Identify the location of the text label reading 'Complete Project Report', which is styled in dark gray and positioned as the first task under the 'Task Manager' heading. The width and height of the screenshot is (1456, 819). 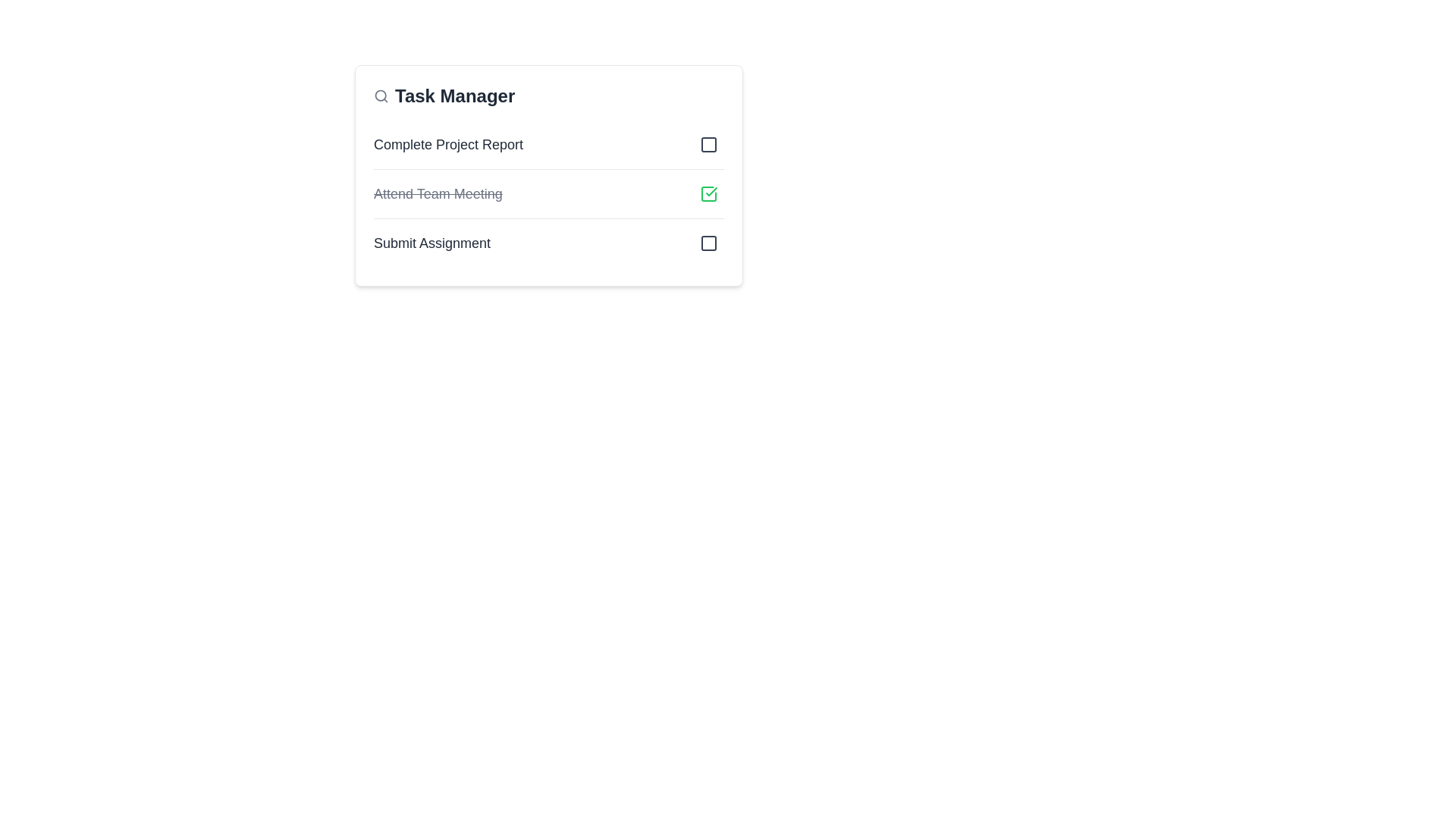
(447, 145).